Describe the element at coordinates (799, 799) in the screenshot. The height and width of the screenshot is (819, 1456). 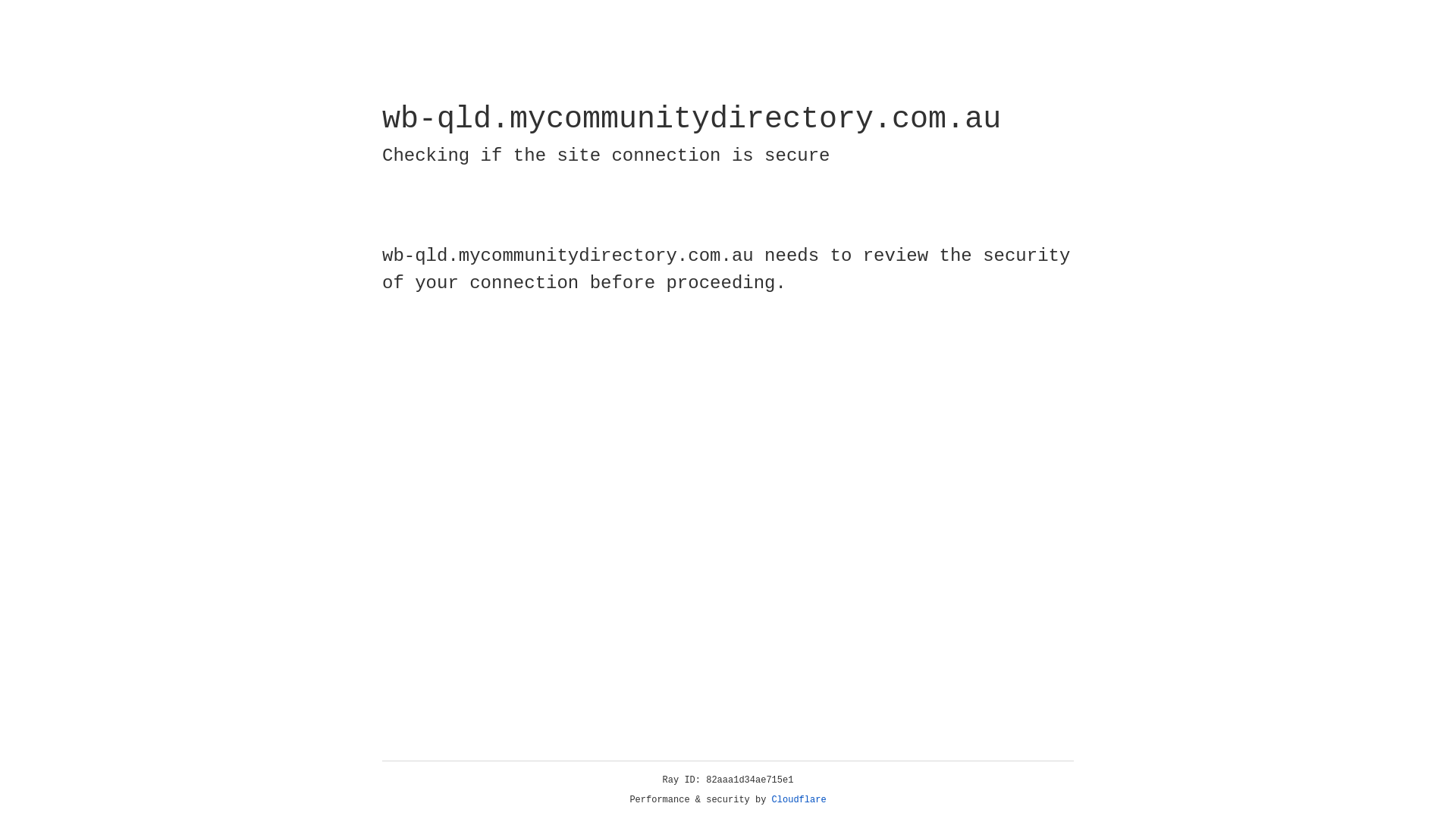
I see `'Cloudflare'` at that location.